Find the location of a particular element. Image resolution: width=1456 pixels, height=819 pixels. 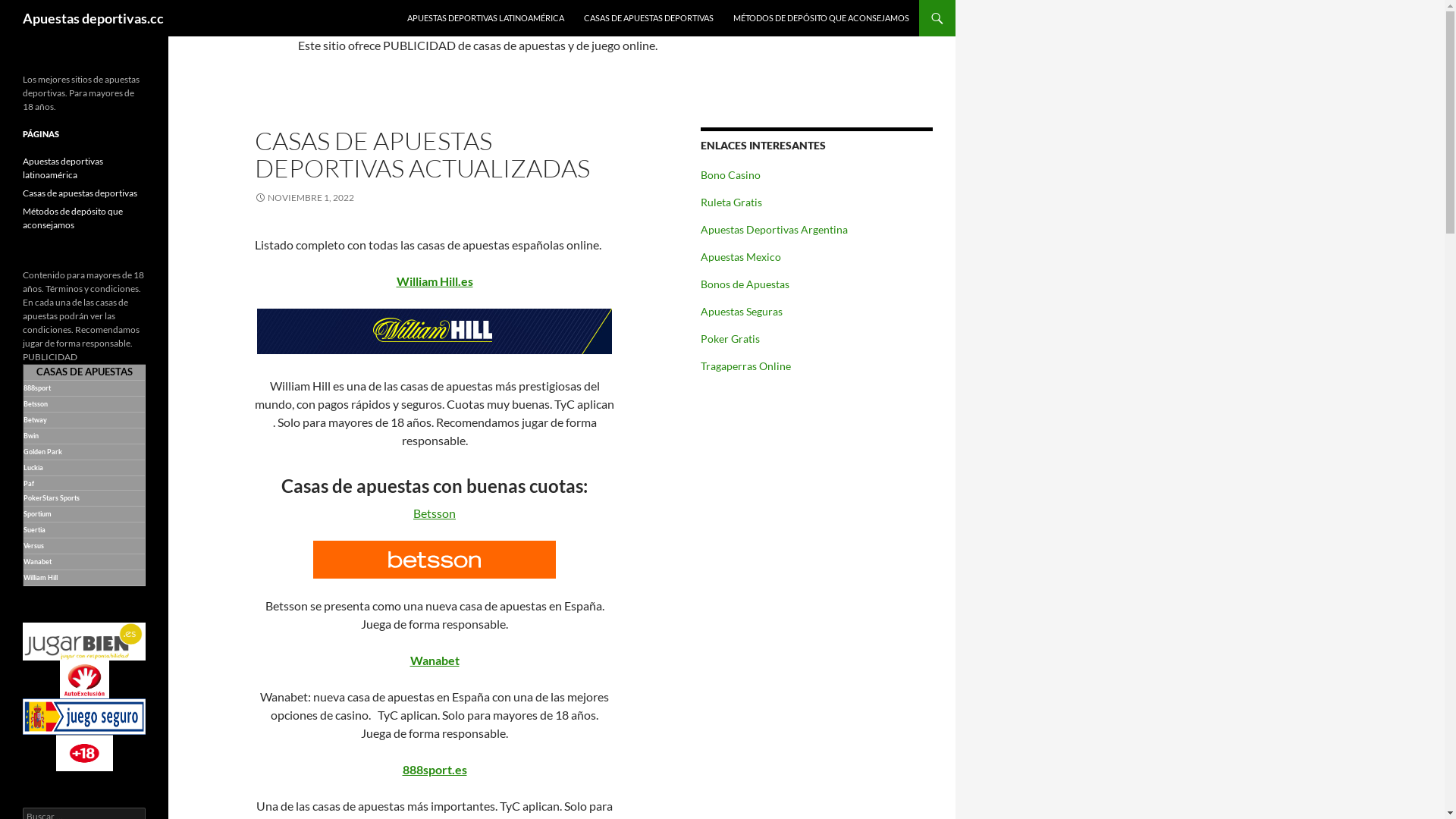

'Casas de apuestas deportivas' is located at coordinates (79, 192).